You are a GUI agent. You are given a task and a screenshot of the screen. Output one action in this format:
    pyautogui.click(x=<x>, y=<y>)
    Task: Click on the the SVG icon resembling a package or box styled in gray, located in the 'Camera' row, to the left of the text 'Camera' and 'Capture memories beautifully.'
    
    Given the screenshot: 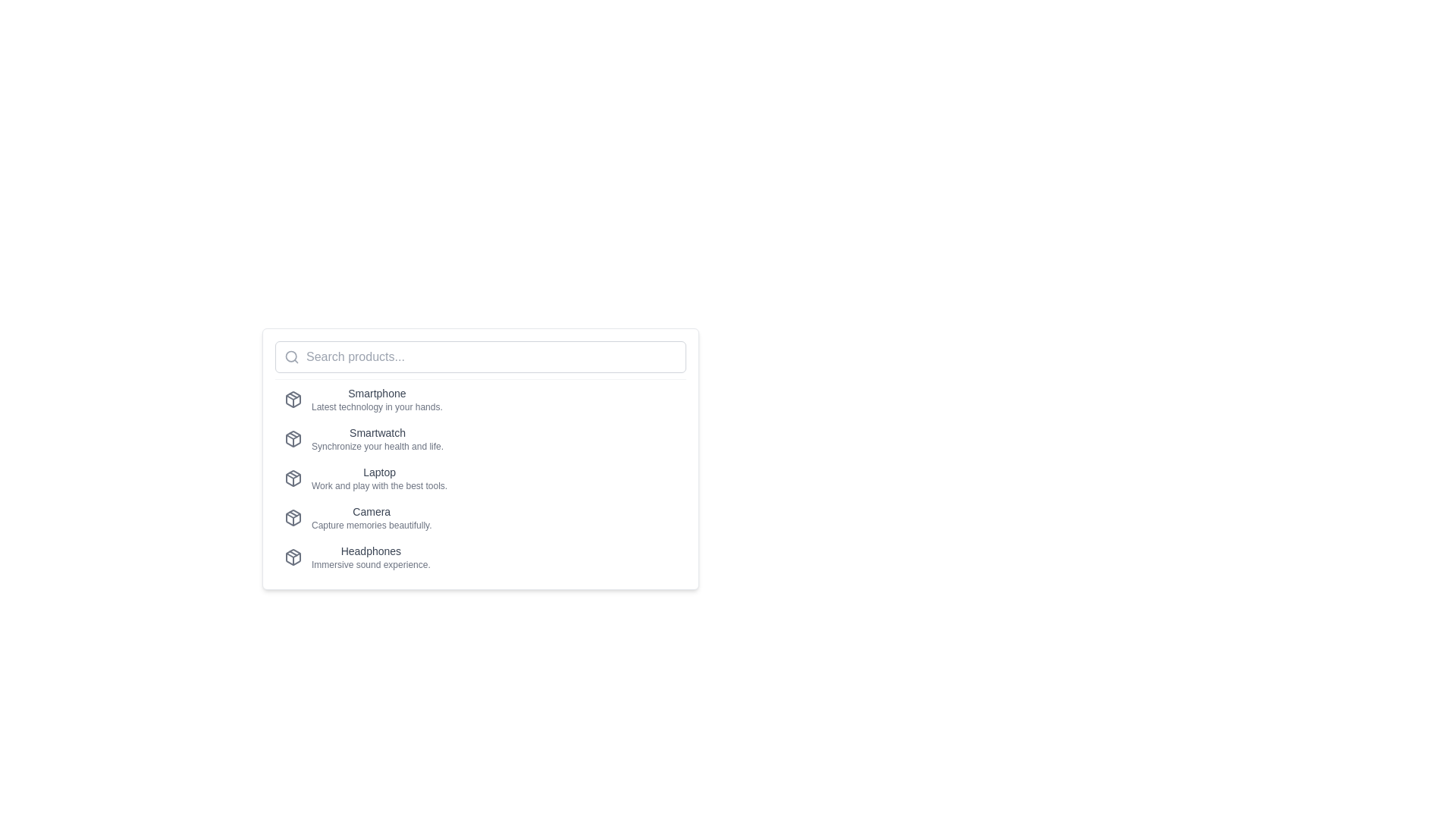 What is the action you would take?
    pyautogui.click(x=293, y=516)
    